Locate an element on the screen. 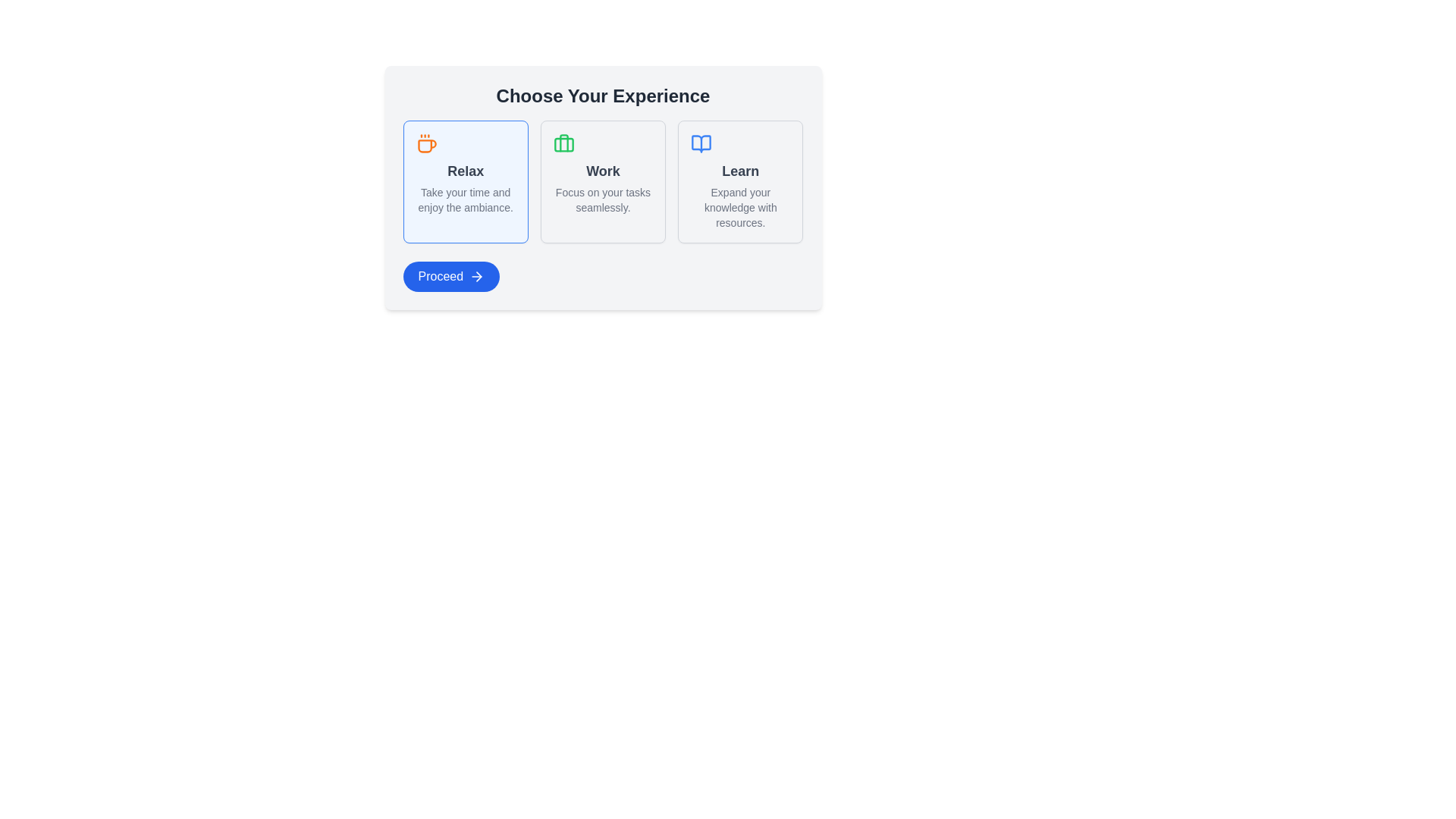  the blue open book icon located at the top-left corner of the 'Learn' card, which is the leftmost element within the card is located at coordinates (740, 143).